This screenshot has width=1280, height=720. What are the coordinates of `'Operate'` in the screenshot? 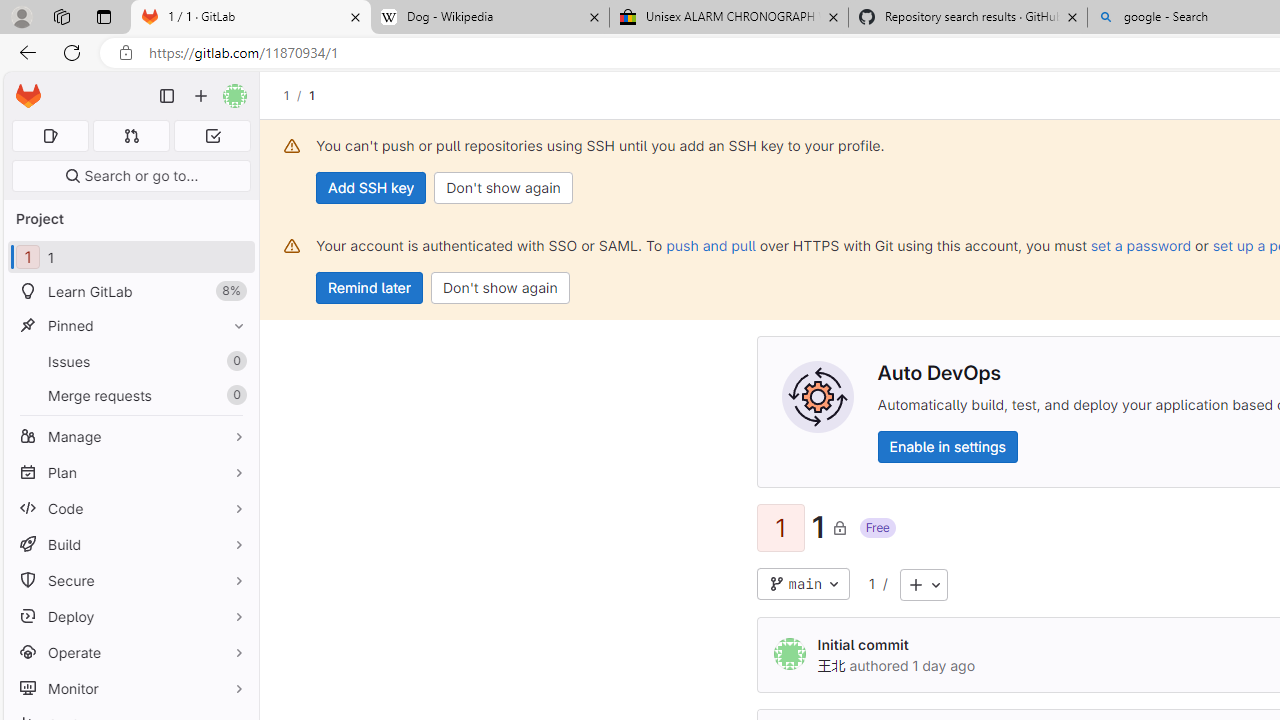 It's located at (130, 652).